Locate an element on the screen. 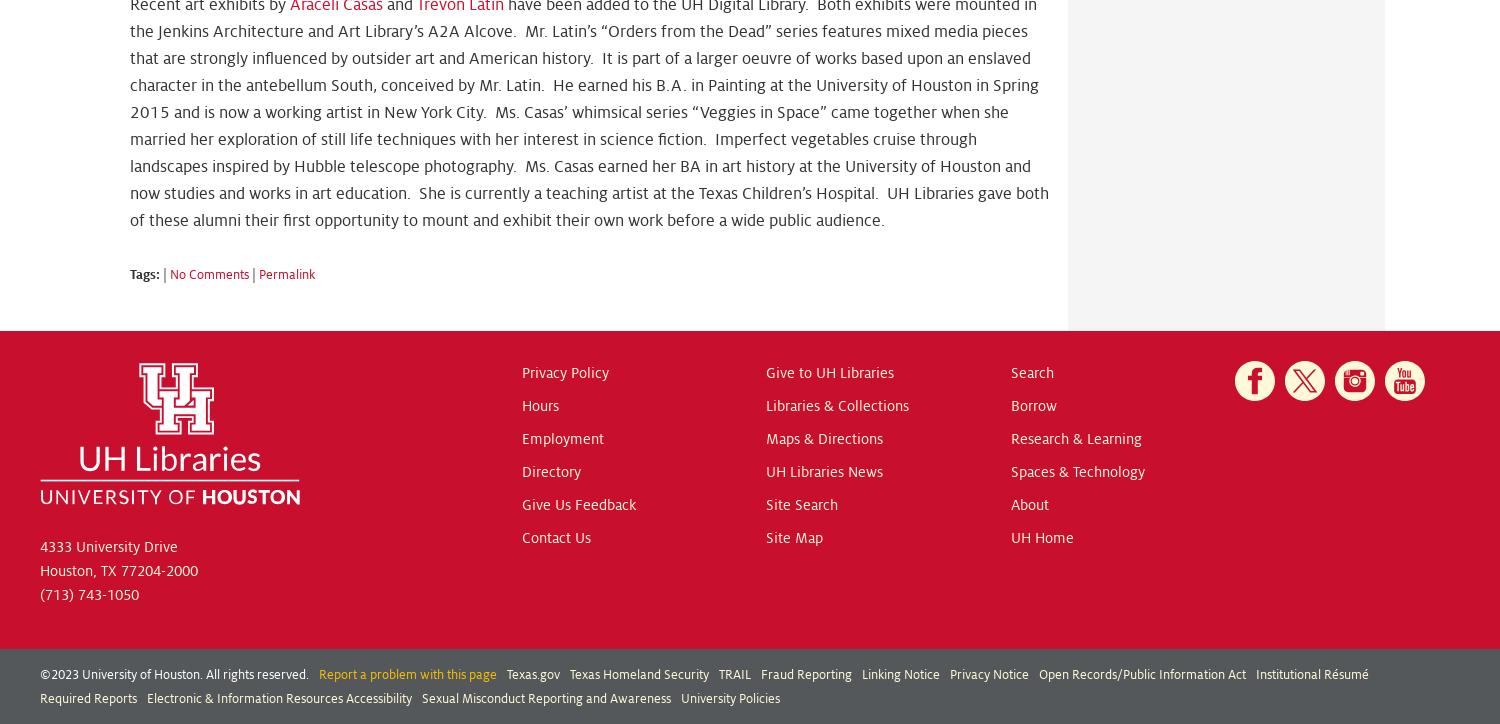 The height and width of the screenshot is (724, 1500). 'Required Reports' is located at coordinates (40, 697).